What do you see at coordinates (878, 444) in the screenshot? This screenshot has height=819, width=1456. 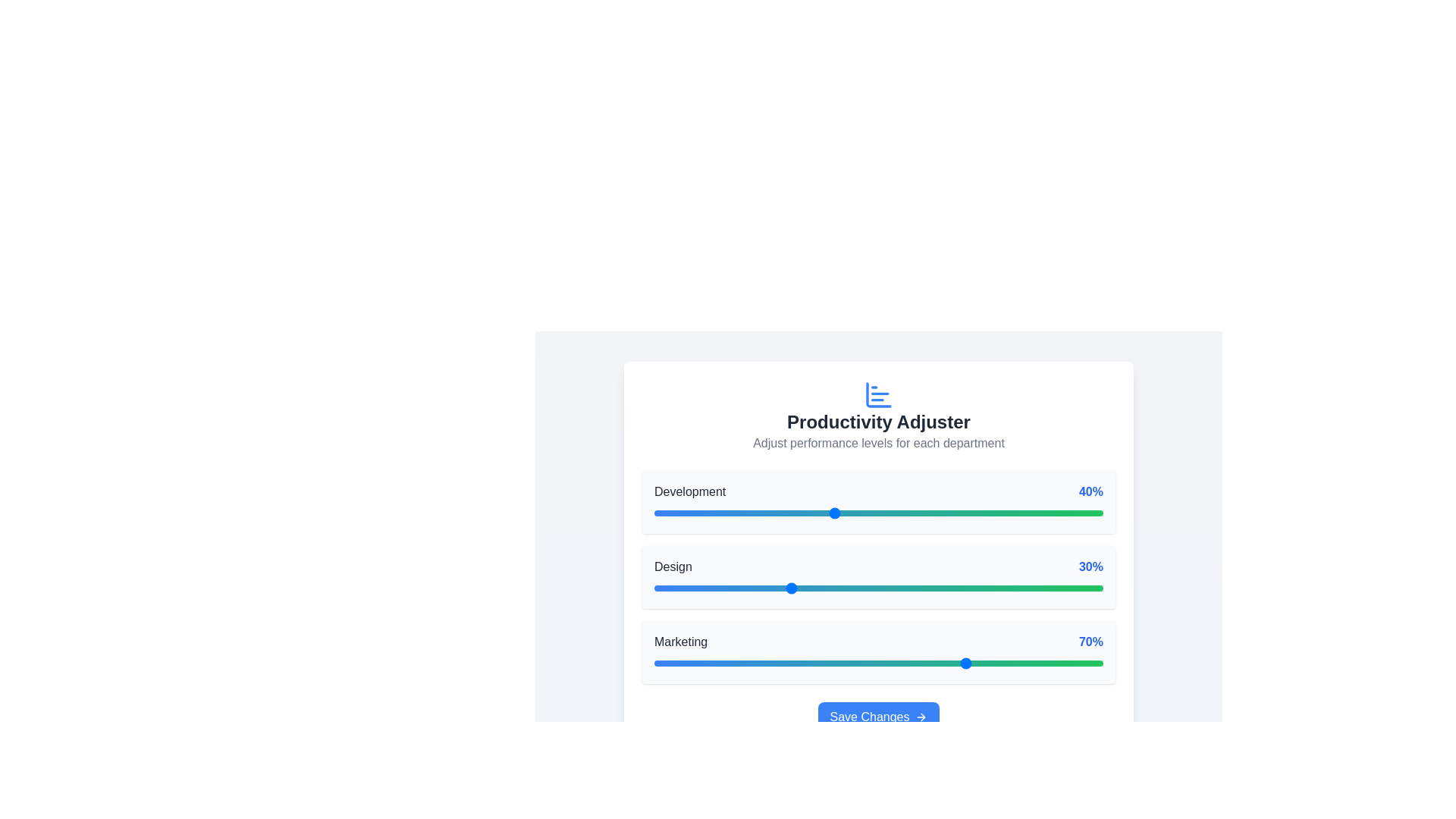 I see `the text label providing context for adjusting performance levels for departments, located below the 'Productivity Adjuster' title and above the department sliders` at bounding box center [878, 444].